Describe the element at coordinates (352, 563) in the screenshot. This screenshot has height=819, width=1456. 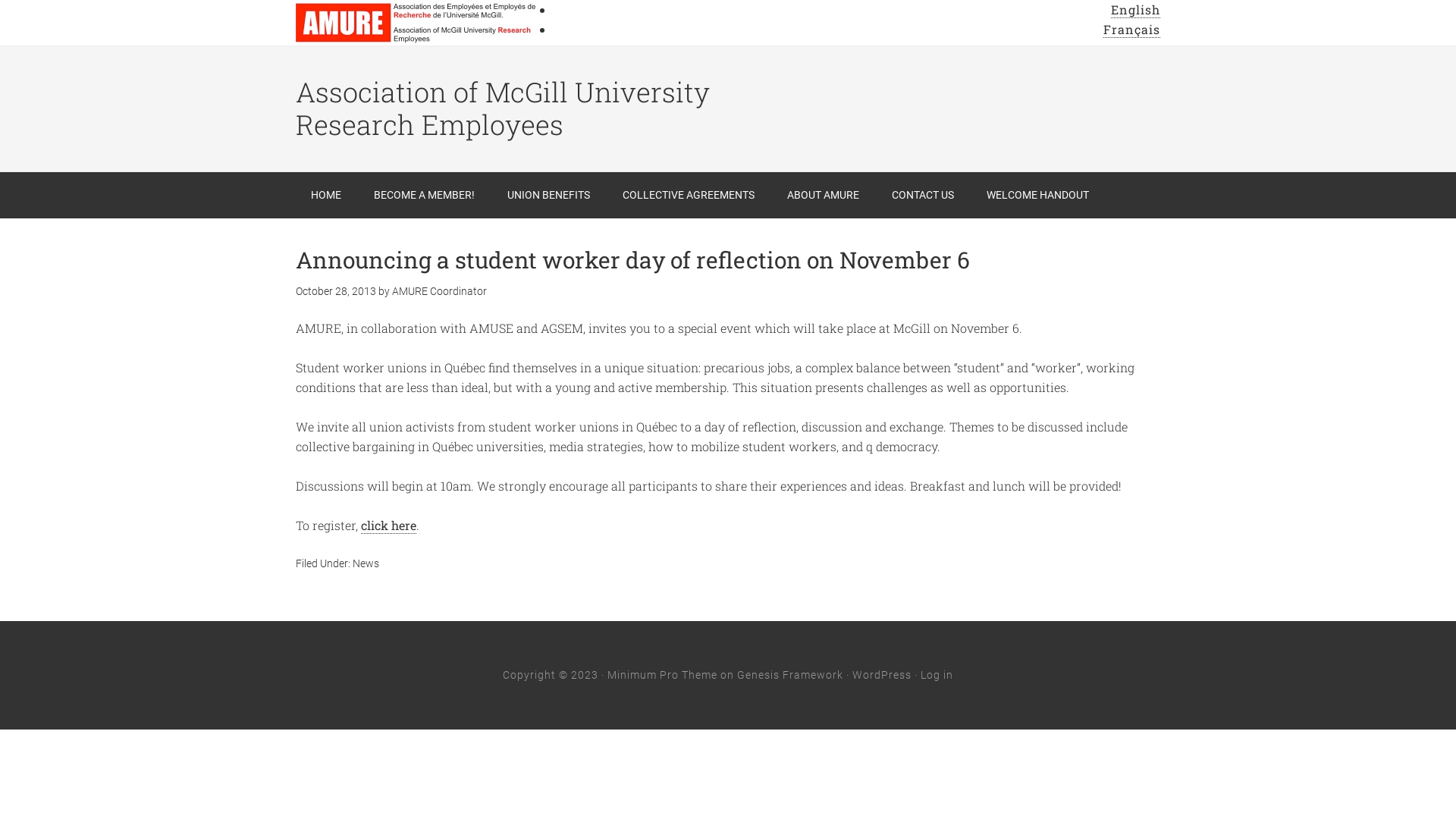
I see `'News'` at that location.